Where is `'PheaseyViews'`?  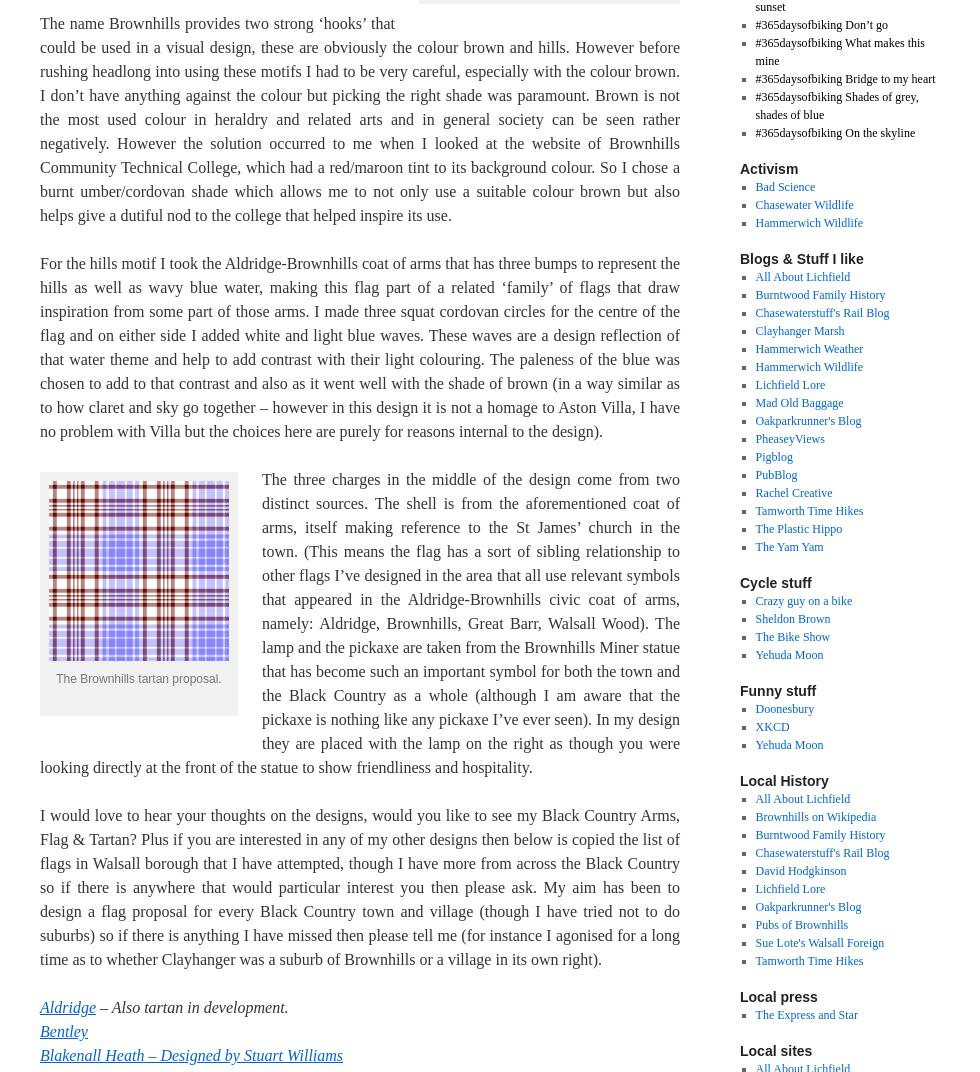 'PheaseyViews' is located at coordinates (789, 437).